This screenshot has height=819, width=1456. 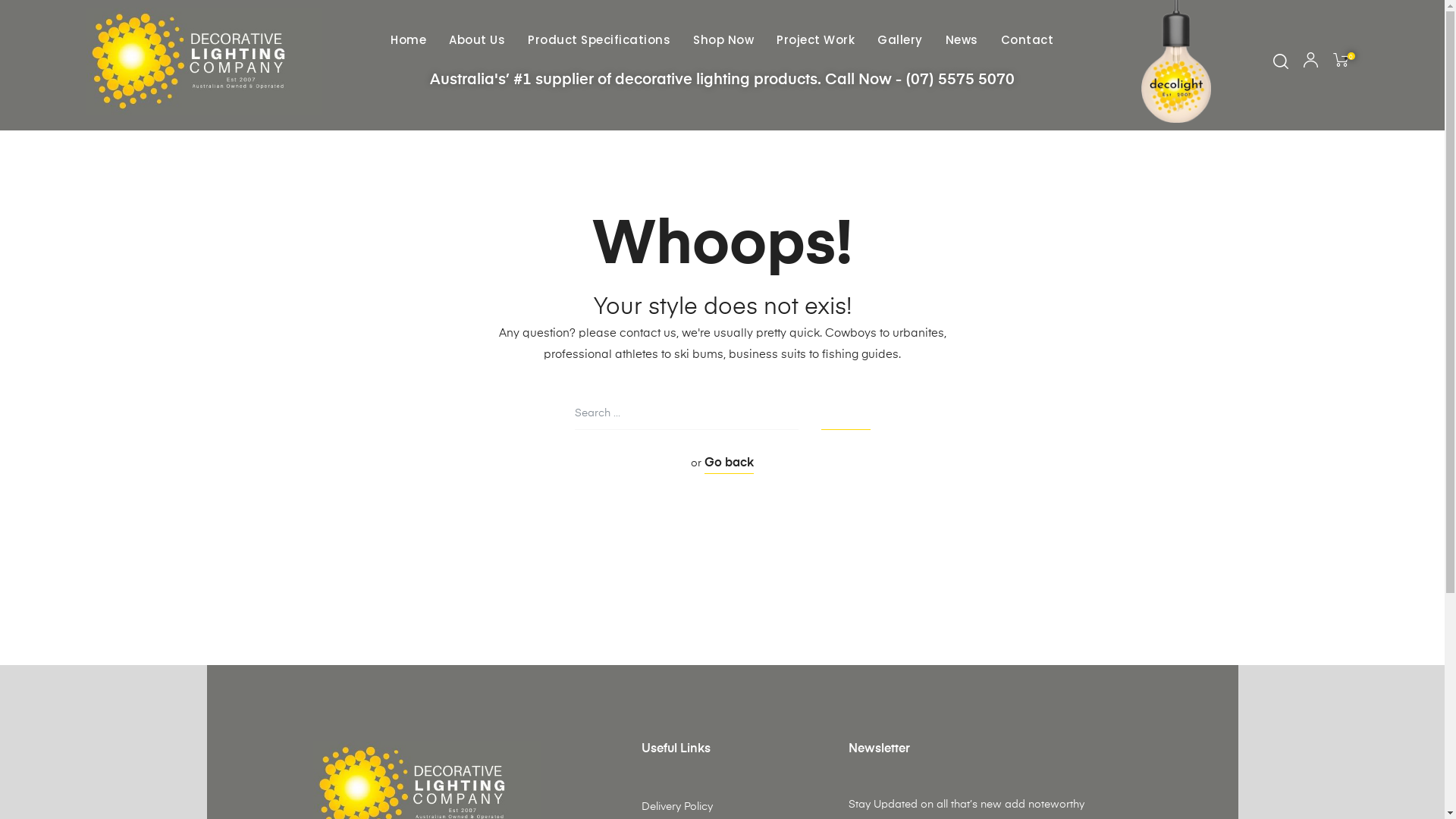 I want to click on 'Product Specifications', so click(x=520, y=39).